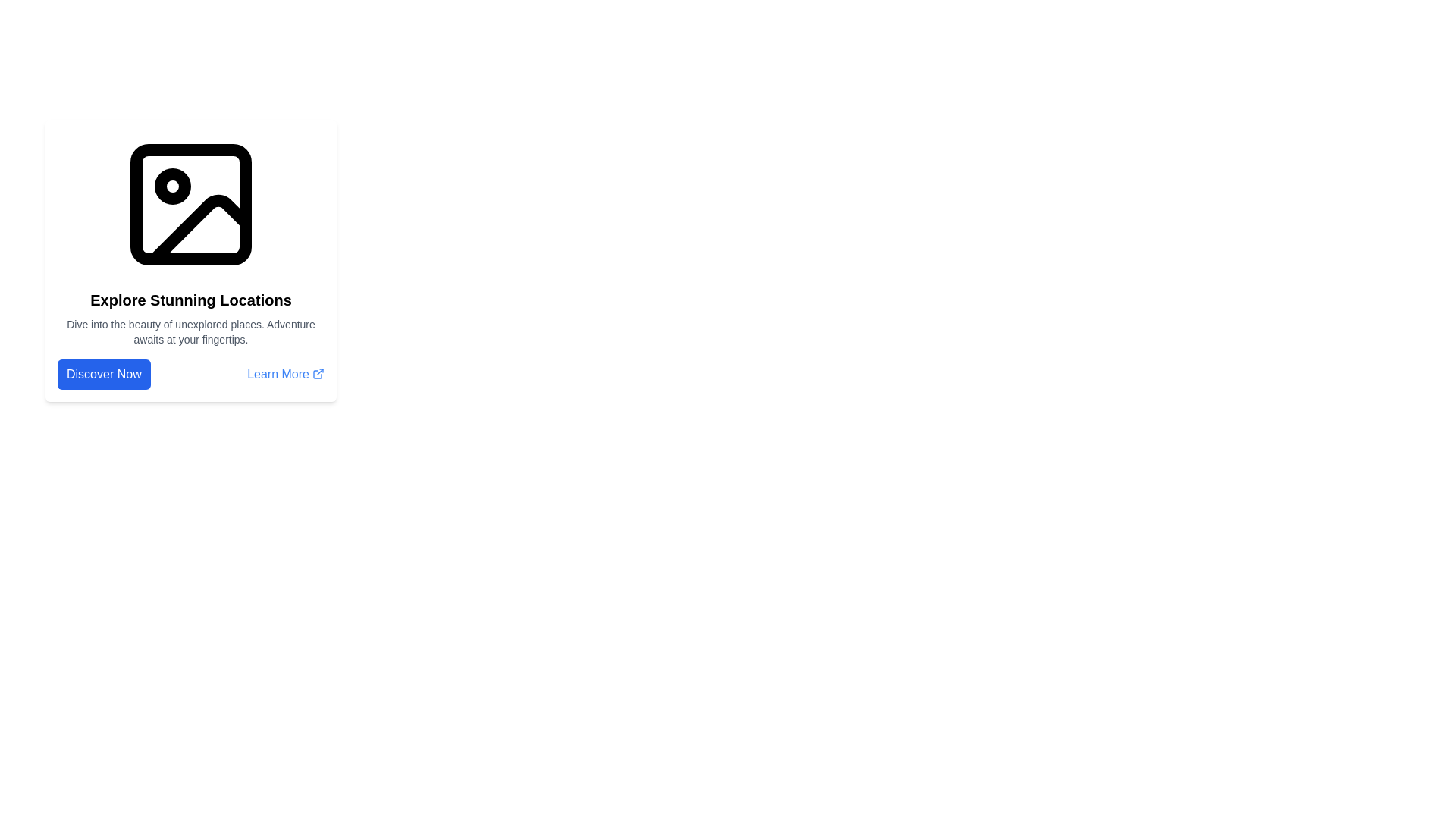 The image size is (1456, 819). Describe the element at coordinates (318, 374) in the screenshot. I see `the icon that indicates a link redirecting to an external source, located to the right of the 'Learn More' text within the bottom portion of a card component` at that location.